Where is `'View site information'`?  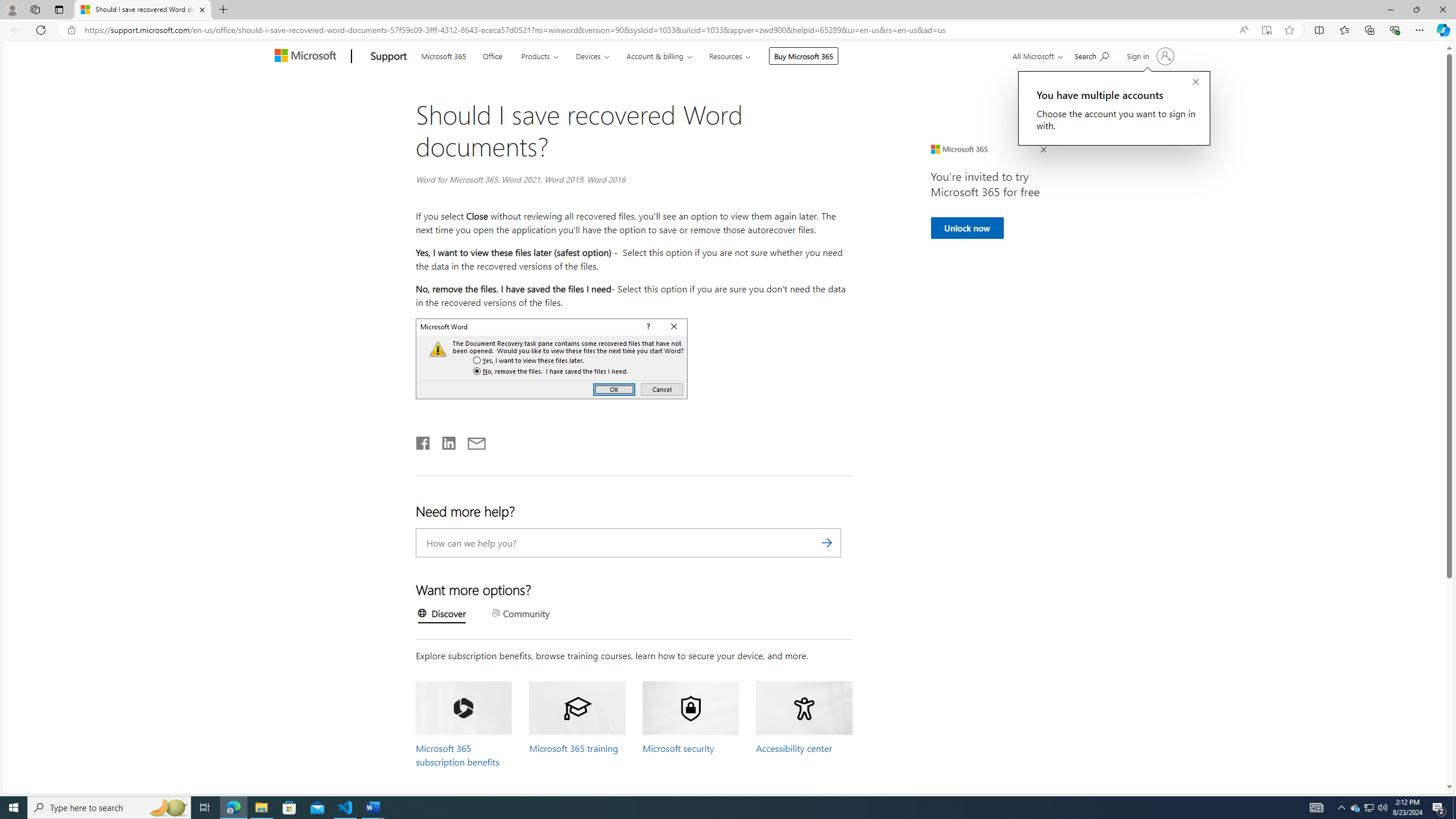 'View site information' is located at coordinates (71, 30).